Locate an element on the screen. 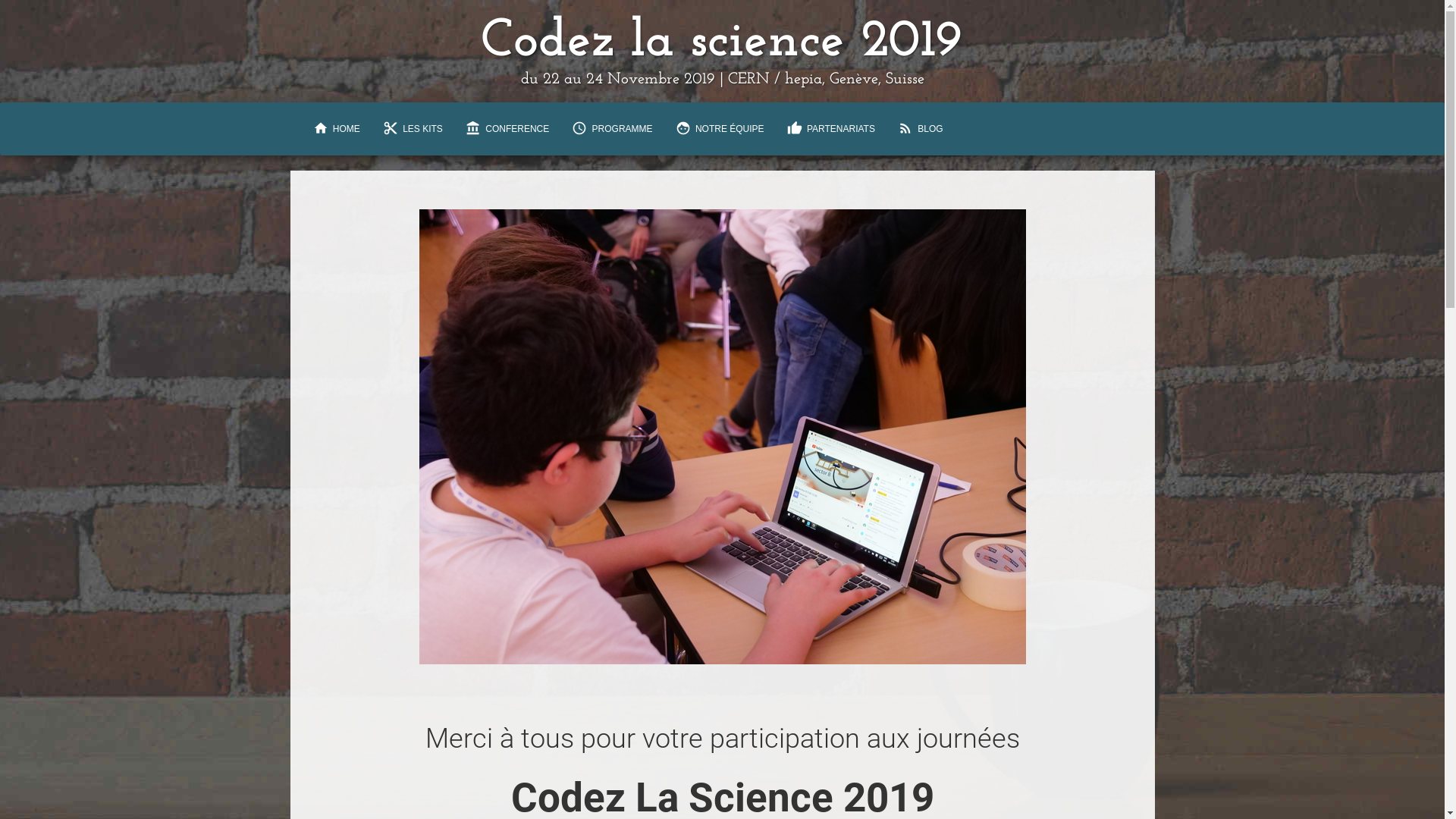  'schedule PROGRAMME' is located at coordinates (611, 127).